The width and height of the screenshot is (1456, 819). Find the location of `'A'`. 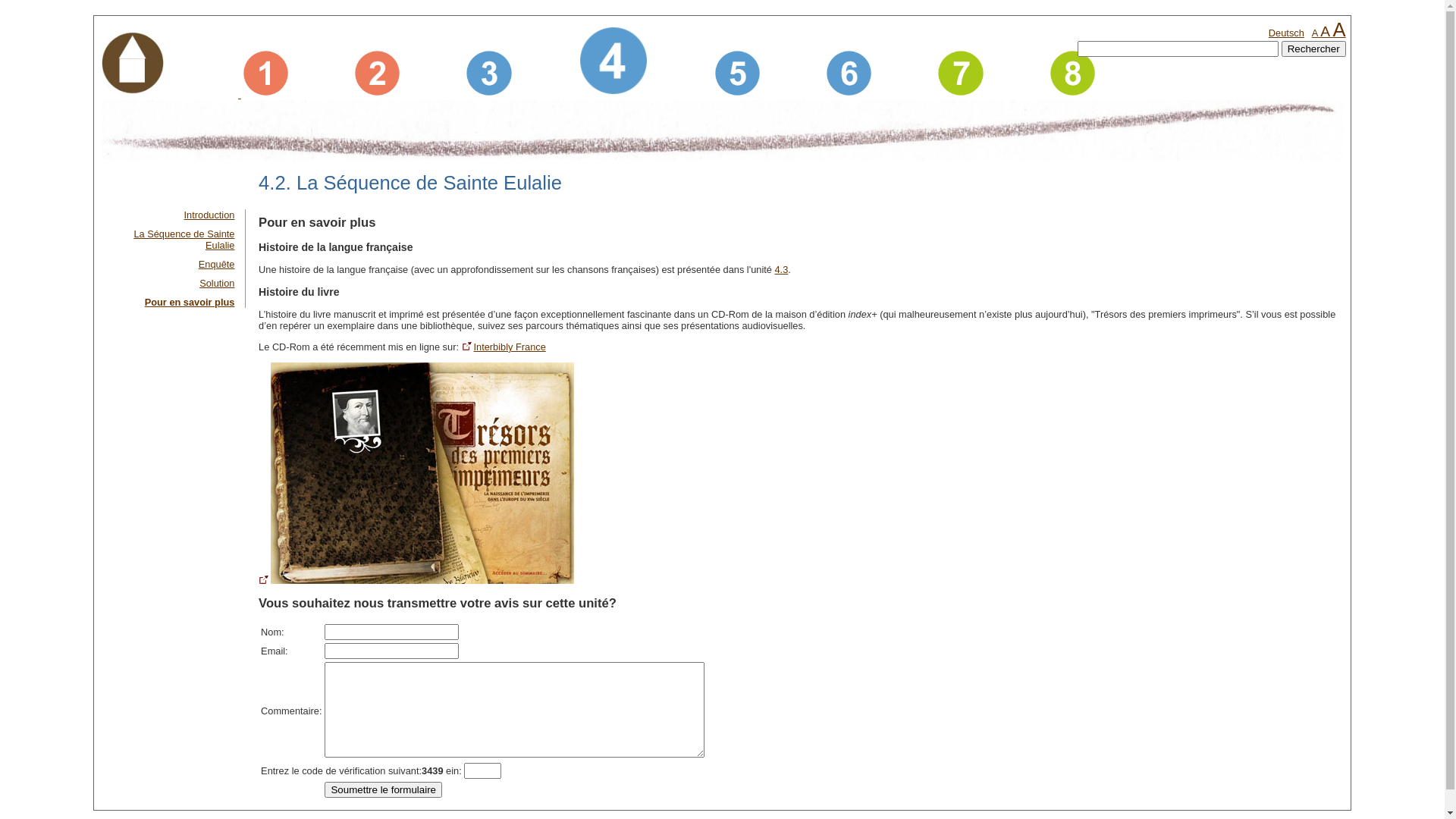

'A' is located at coordinates (1313, 33).